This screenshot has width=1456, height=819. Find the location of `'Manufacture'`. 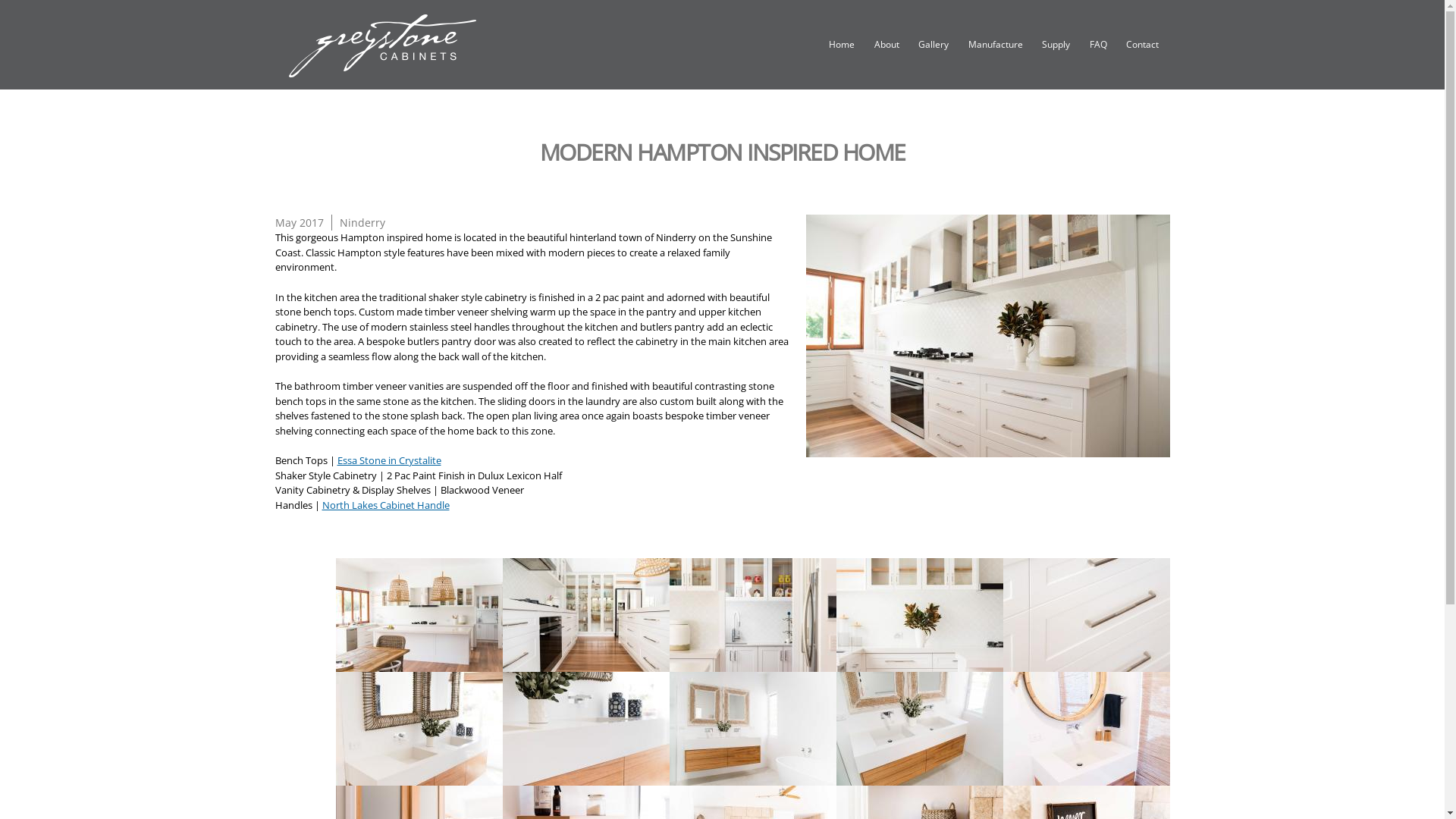

'Manufacture' is located at coordinates (996, 45).